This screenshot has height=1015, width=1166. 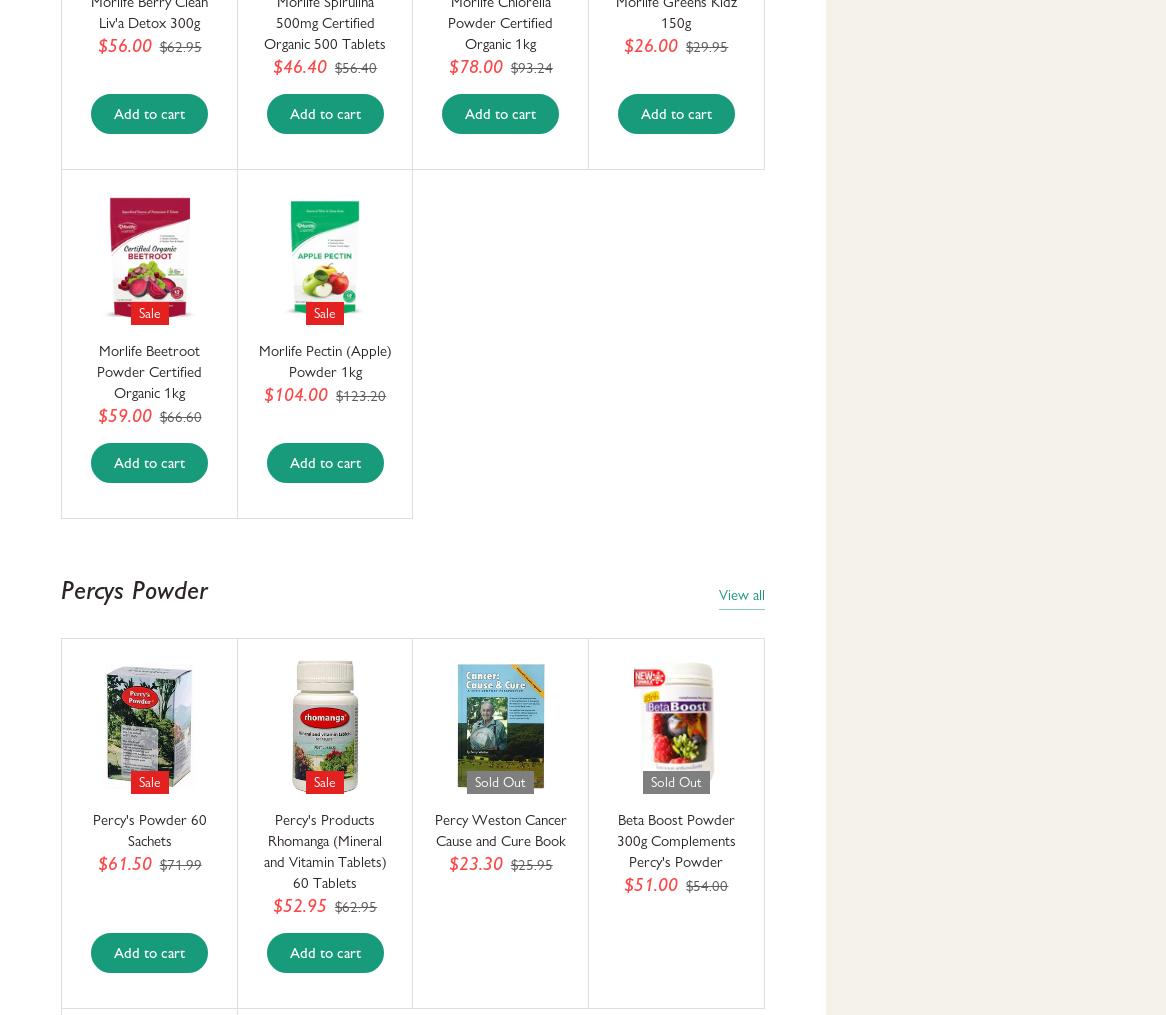 What do you see at coordinates (179, 864) in the screenshot?
I see `'$71.99'` at bounding box center [179, 864].